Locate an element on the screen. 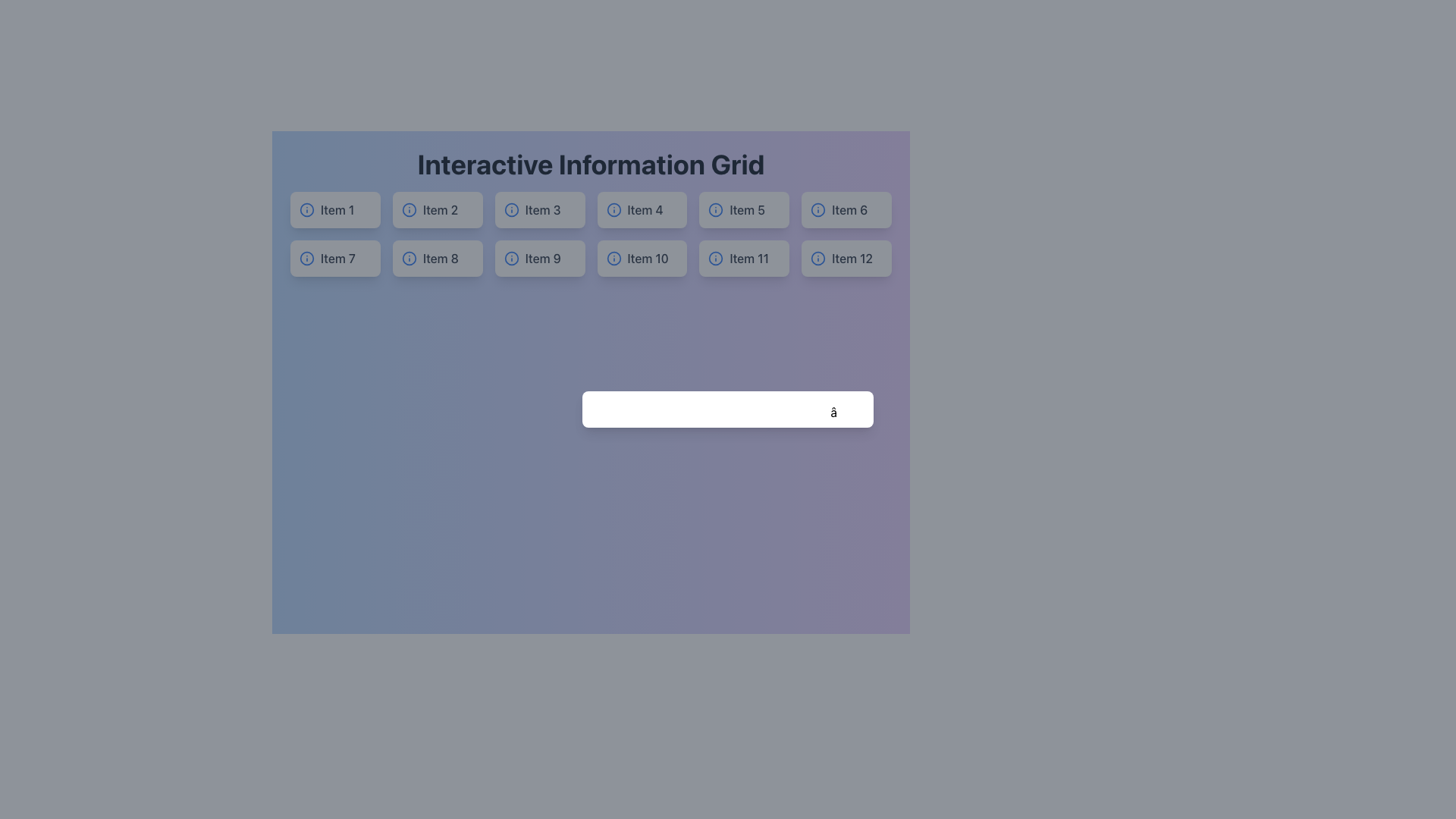 The image size is (1456, 819). the Text label located in the second row, third column of the grid layout, which provides a description or identifier is located at coordinates (543, 257).